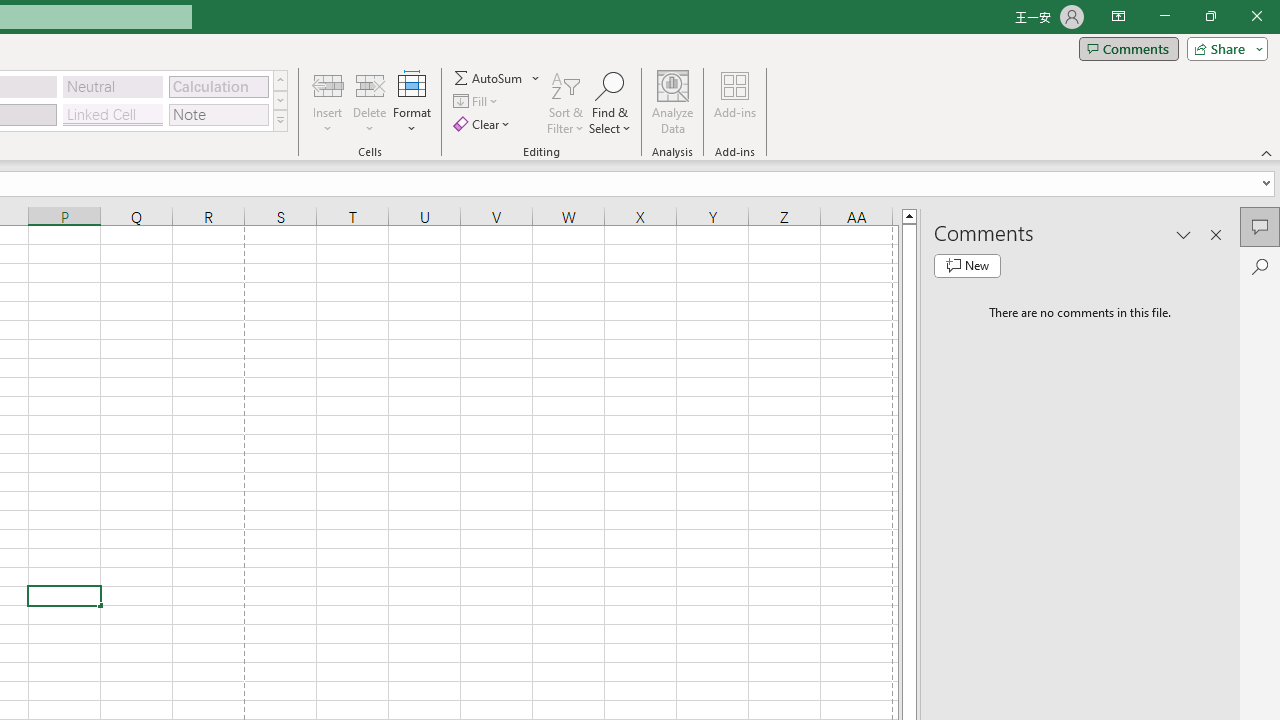  What do you see at coordinates (279, 100) in the screenshot?
I see `'Row Down'` at bounding box center [279, 100].